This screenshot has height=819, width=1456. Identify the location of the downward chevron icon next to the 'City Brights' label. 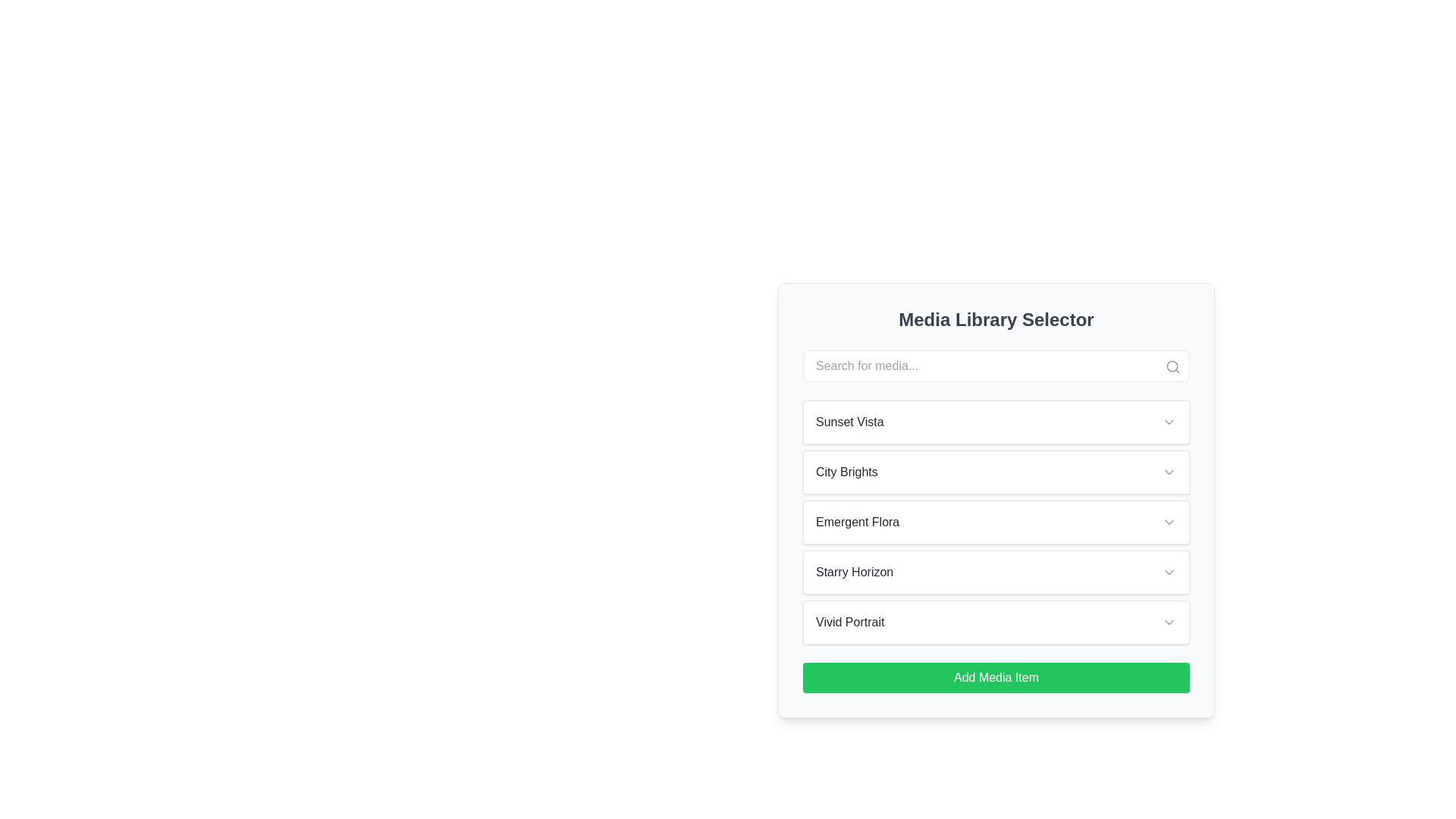
(1168, 472).